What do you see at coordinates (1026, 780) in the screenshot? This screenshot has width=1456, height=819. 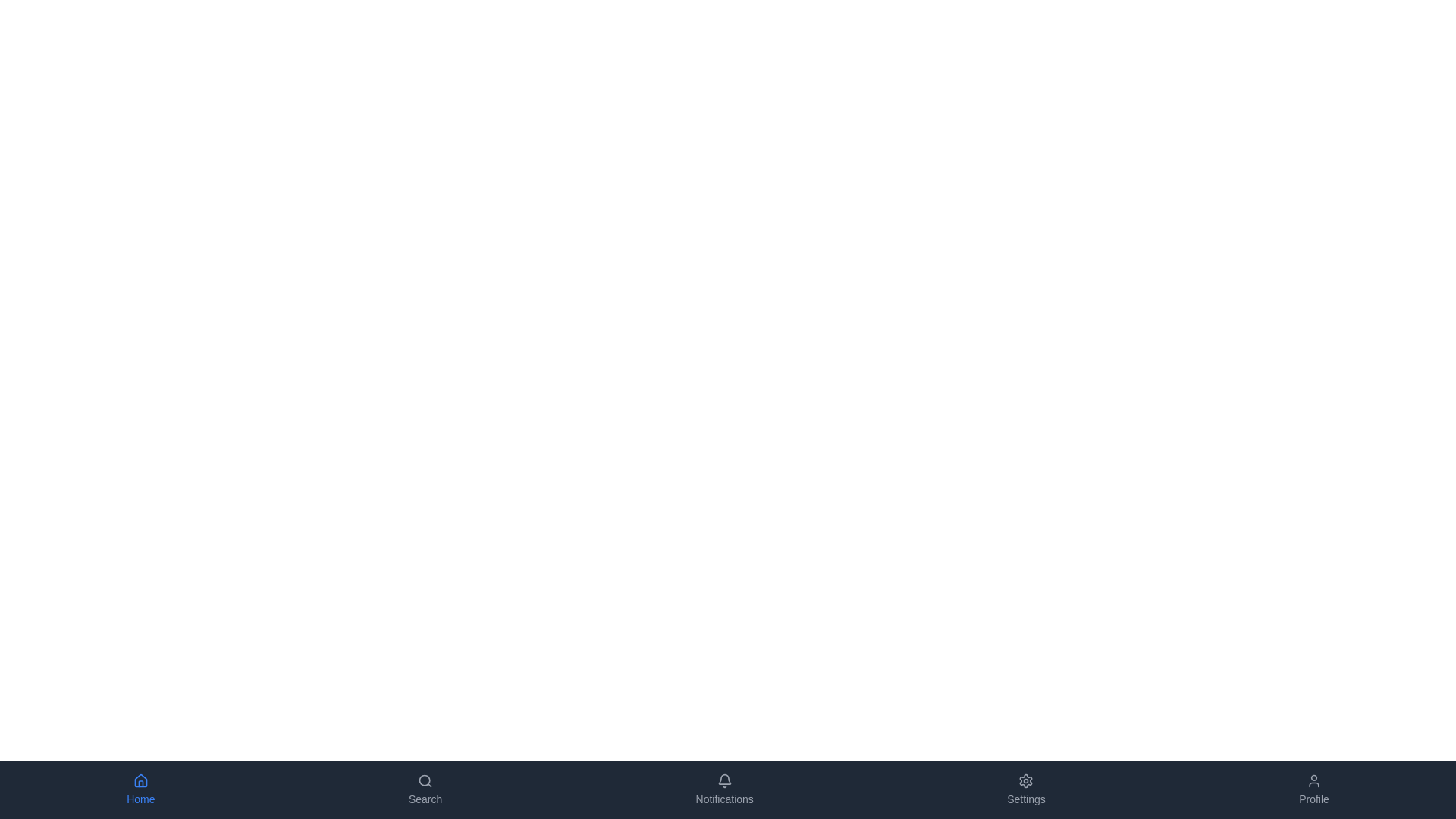 I see `the 'Settings' gear icon located in the bottom navigation bar` at bounding box center [1026, 780].